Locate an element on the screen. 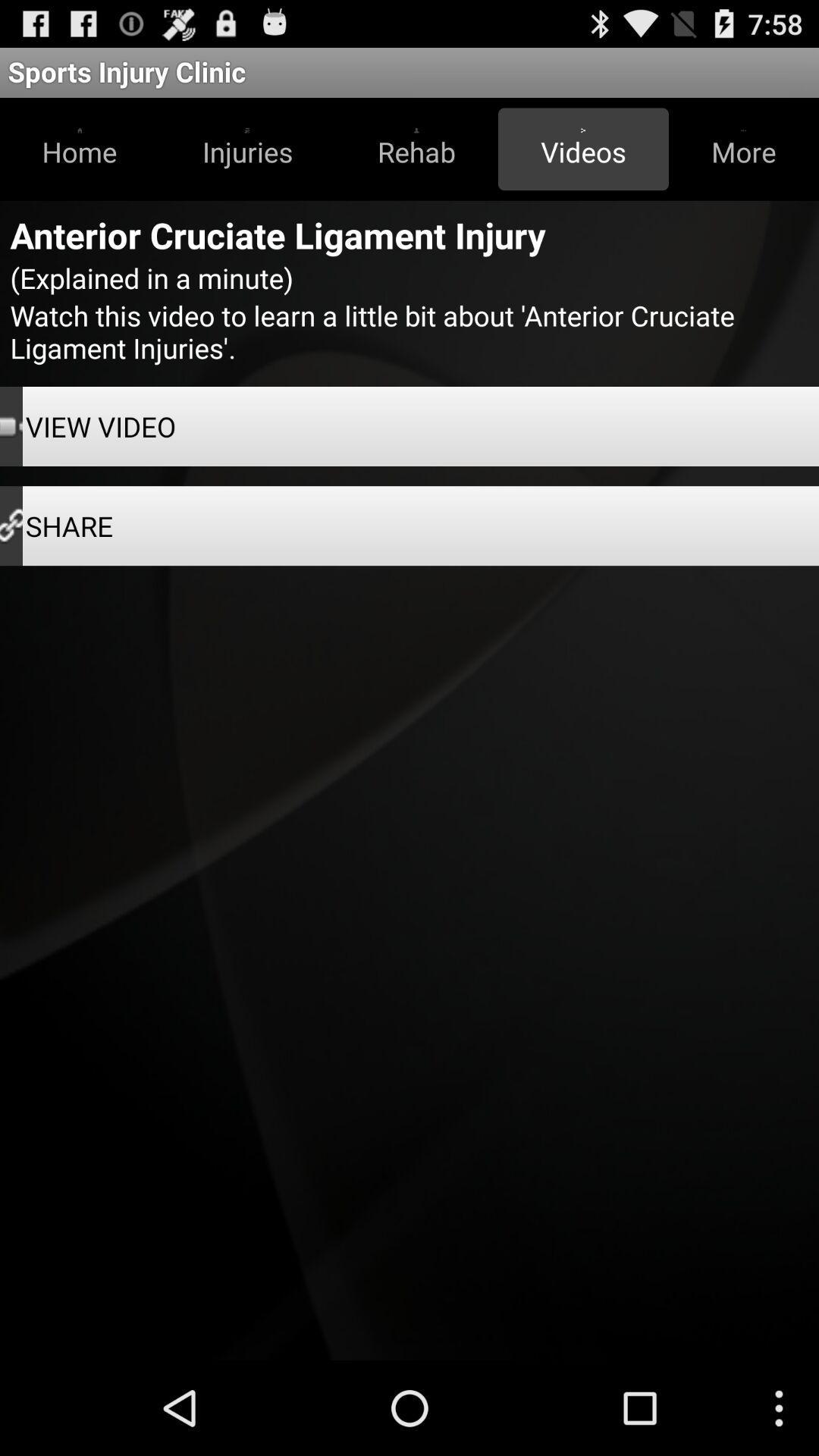 The height and width of the screenshot is (1456, 819). button next to more item is located at coordinates (582, 149).